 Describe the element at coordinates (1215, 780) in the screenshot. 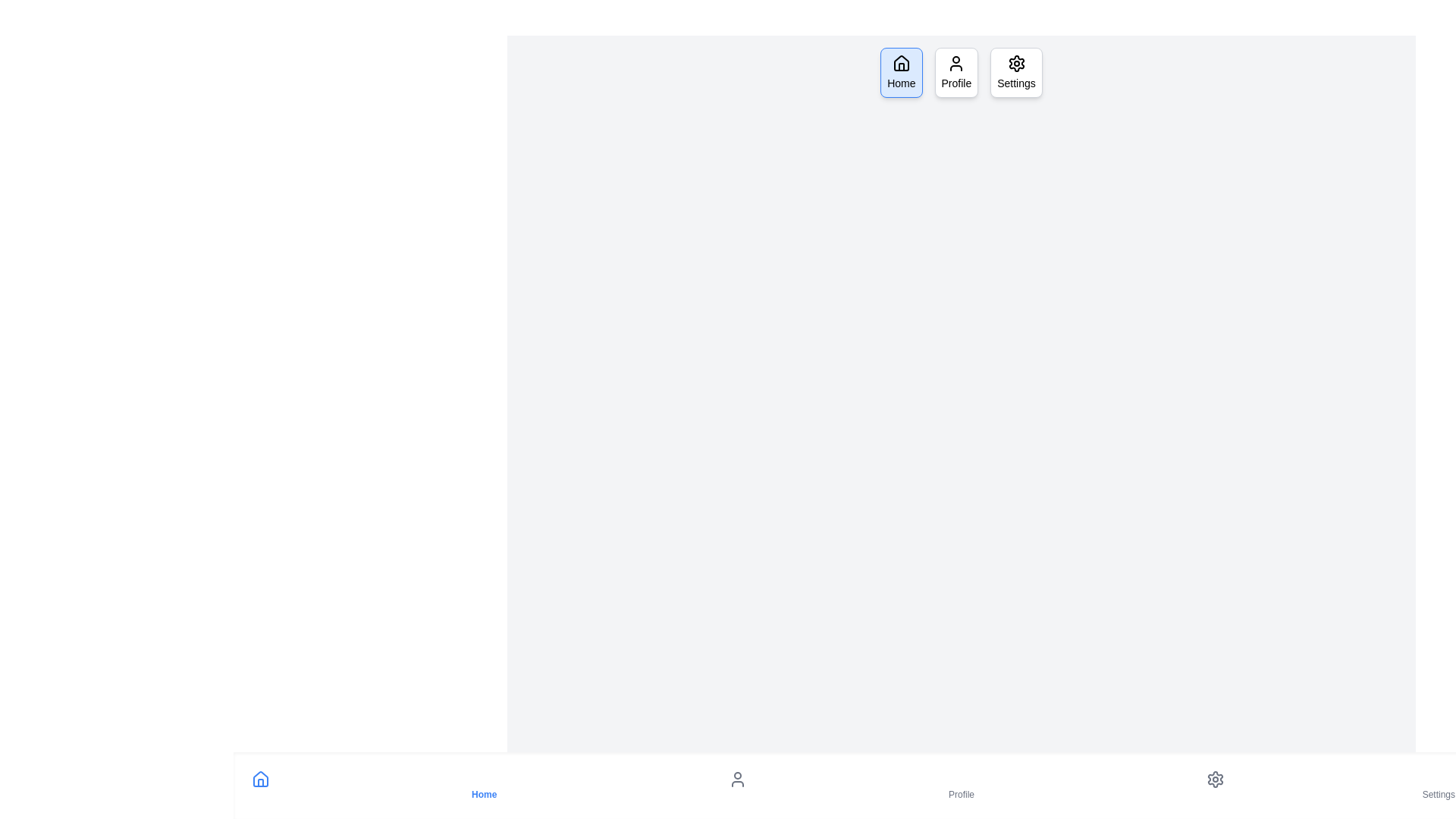

I see `the sophisticated gear icon located at the bottom-right of the interface` at that location.